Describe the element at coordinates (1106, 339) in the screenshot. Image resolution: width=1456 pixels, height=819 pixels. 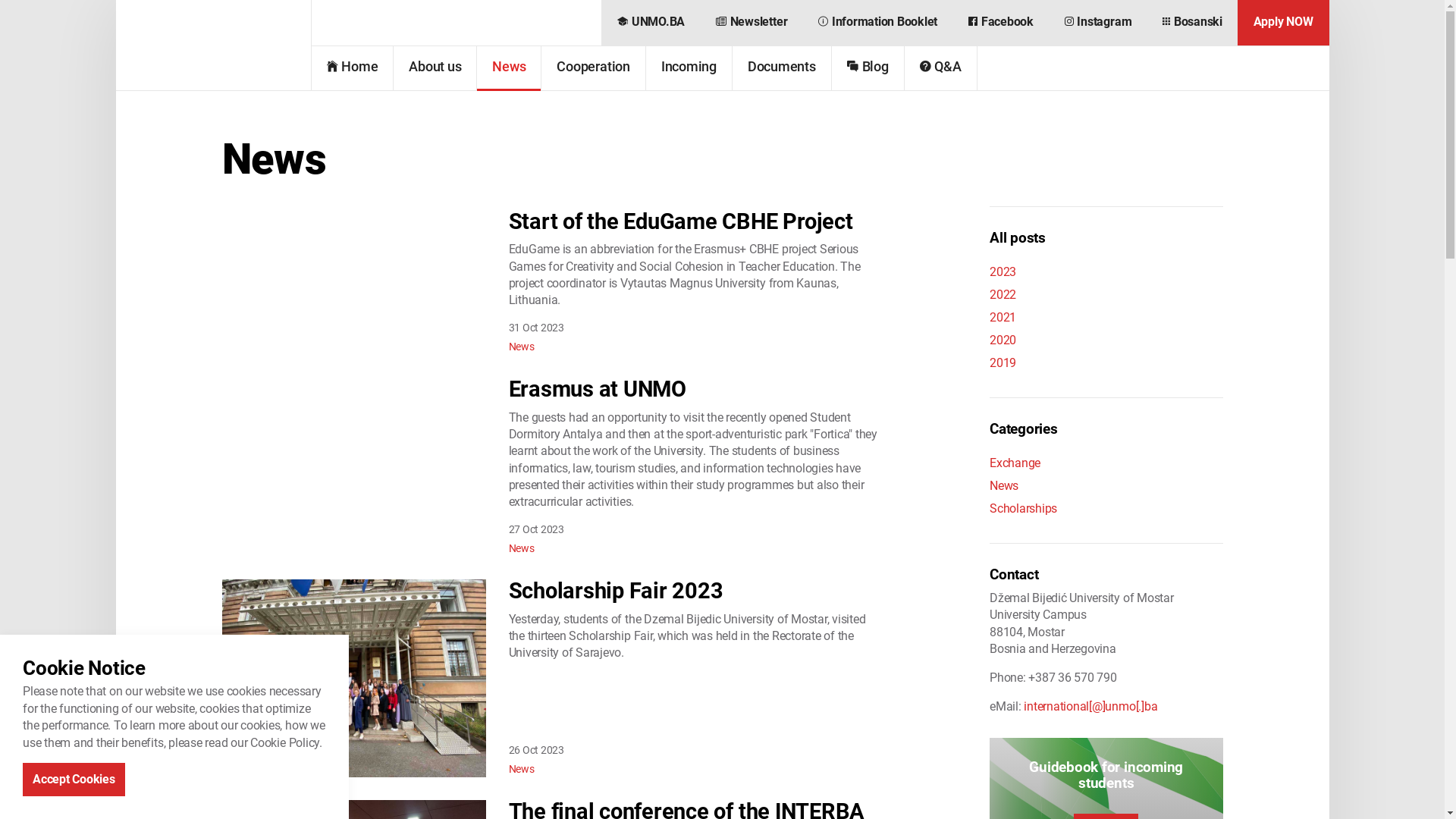
I see `'2020'` at that location.